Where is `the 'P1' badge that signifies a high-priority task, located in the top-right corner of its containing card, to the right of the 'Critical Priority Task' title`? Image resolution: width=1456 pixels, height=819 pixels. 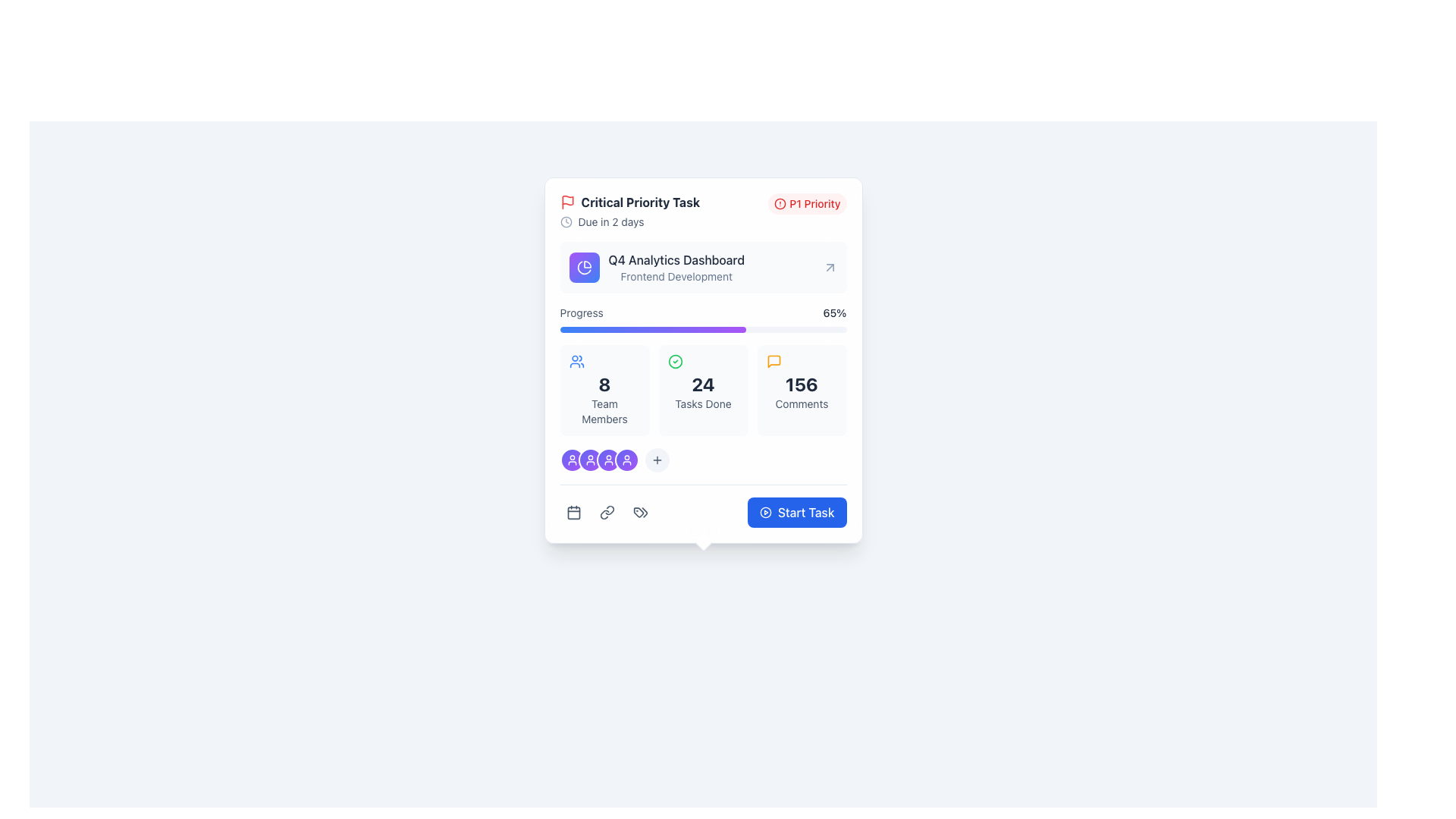 the 'P1' badge that signifies a high-priority task, located in the top-right corner of its containing card, to the right of the 'Critical Priority Task' title is located at coordinates (807, 203).